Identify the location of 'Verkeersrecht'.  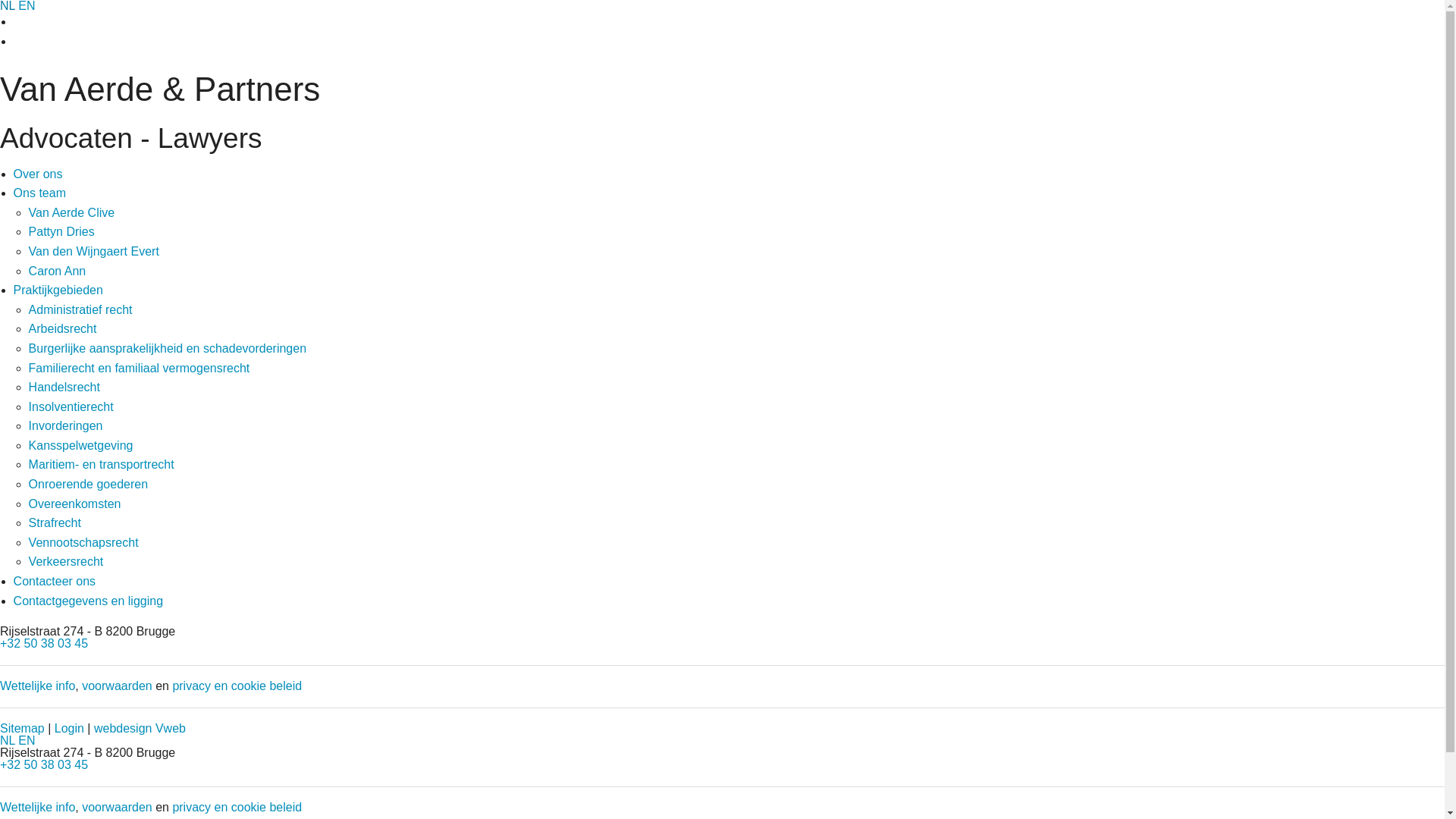
(65, 561).